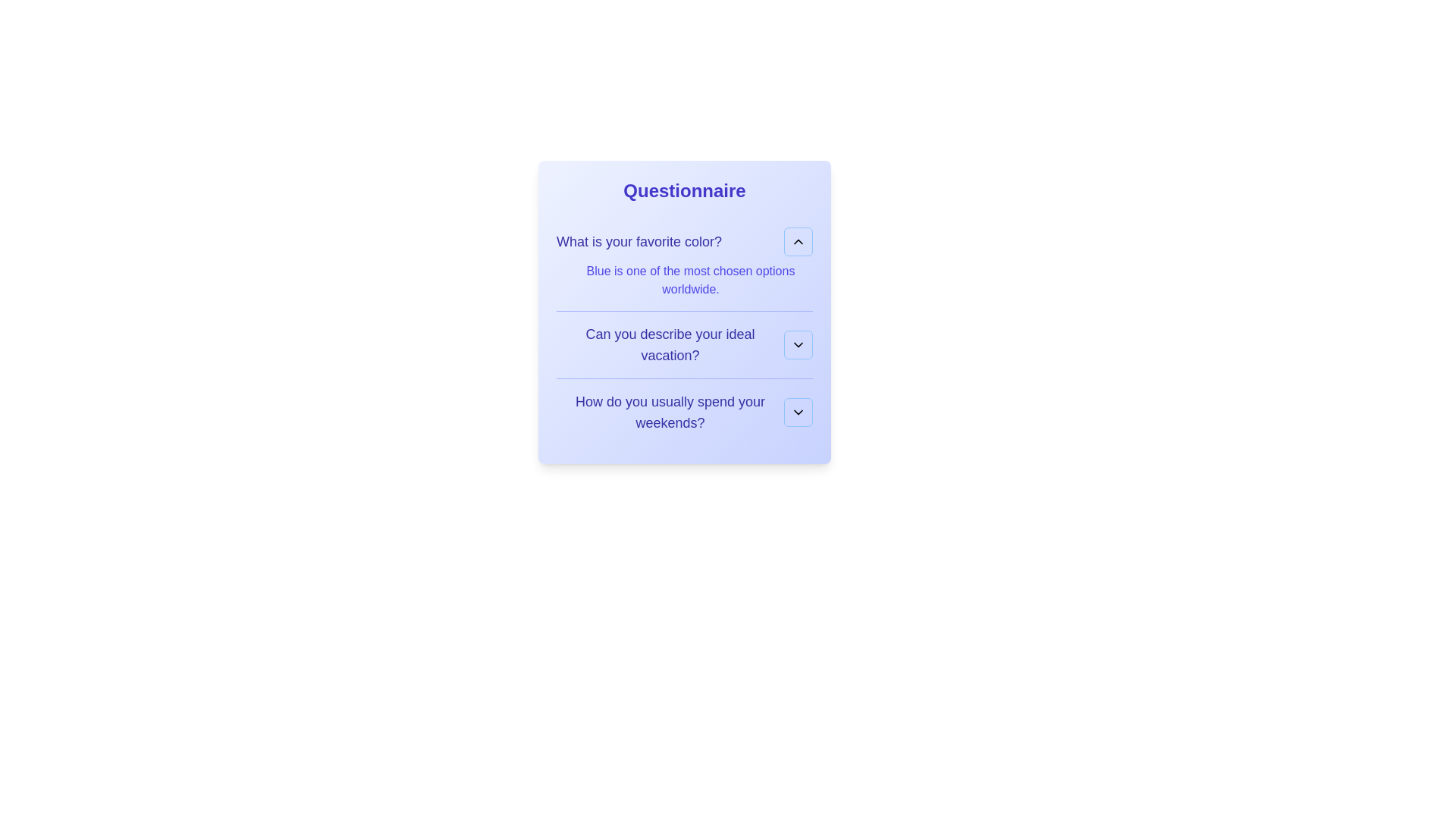  Describe the element at coordinates (797, 241) in the screenshot. I see `the toggle button to expand or collapse the details for the question` at that location.